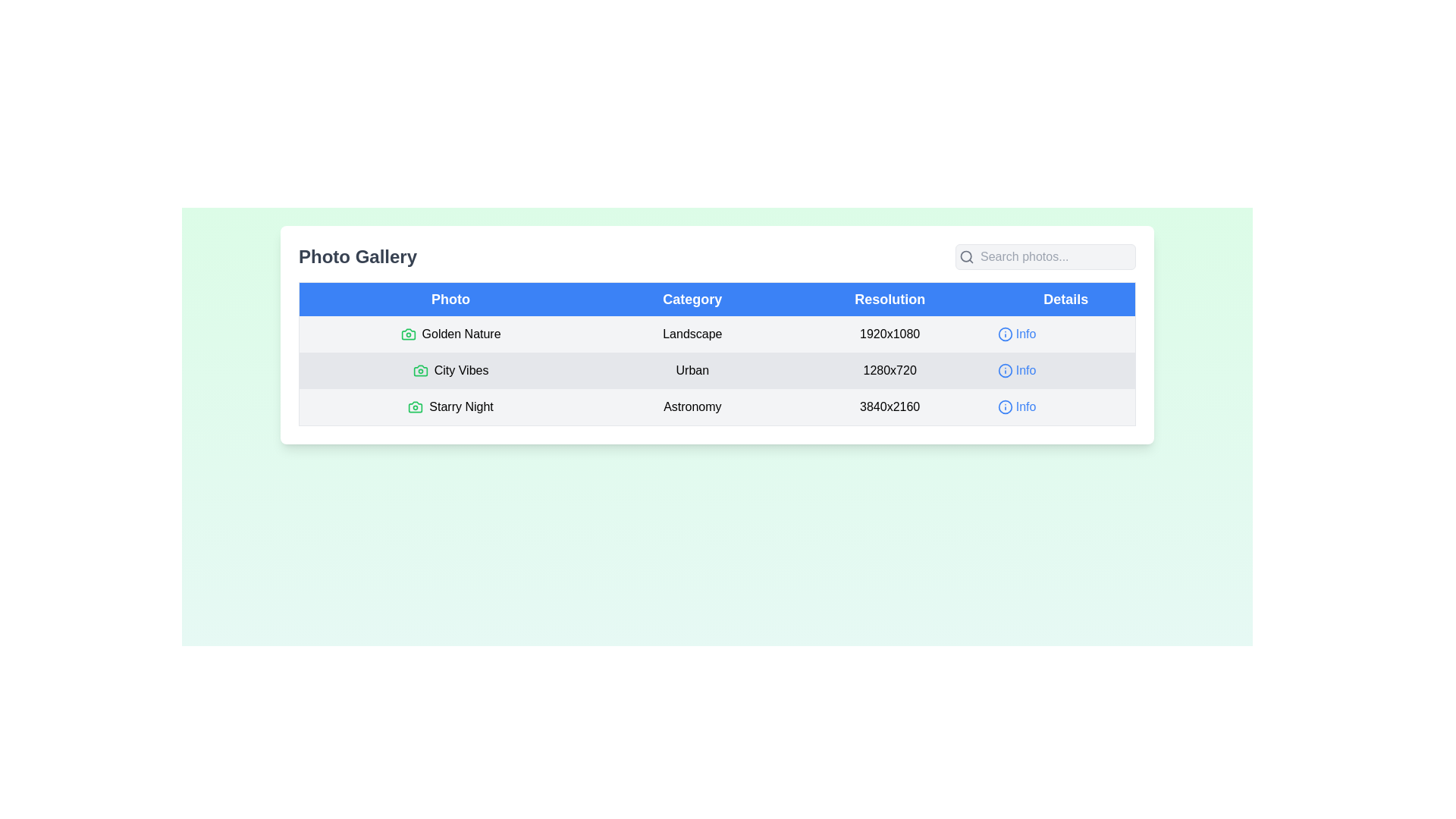 The height and width of the screenshot is (819, 1456). I want to click on the icon representing the 'Starry Night' photography concept, located to the left of the text in the last row of the table, so click(416, 406).